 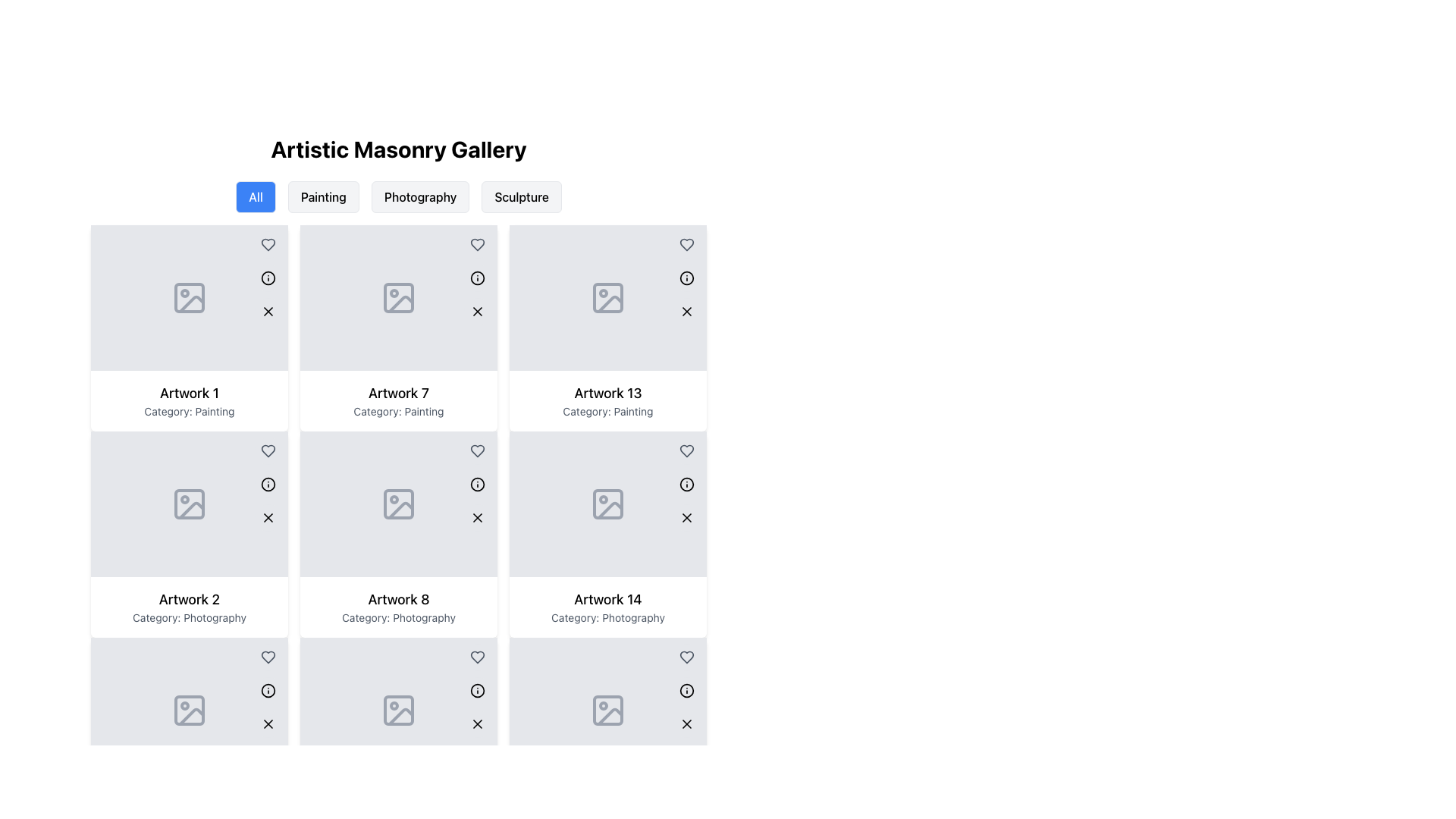 I want to click on the minimalistic 'X' icon in the bottom-right corner of the card labeled 'Artwork 14, Category: Photography', so click(x=686, y=723).